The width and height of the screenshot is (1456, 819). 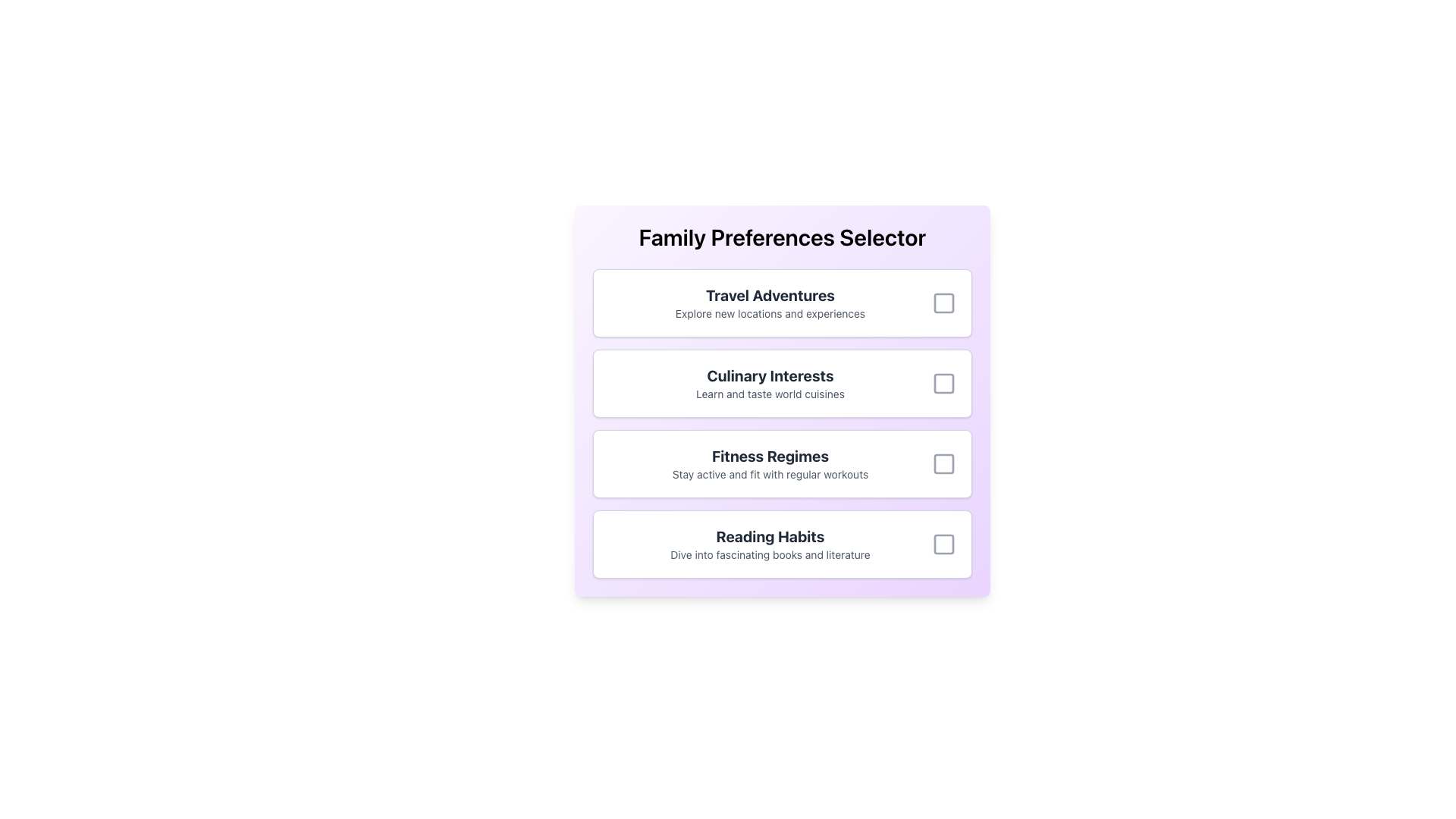 What do you see at coordinates (770, 394) in the screenshot?
I see `the text label that says 'Learn and taste world cuisines', which is located under the heading 'Culinary Interests'` at bounding box center [770, 394].